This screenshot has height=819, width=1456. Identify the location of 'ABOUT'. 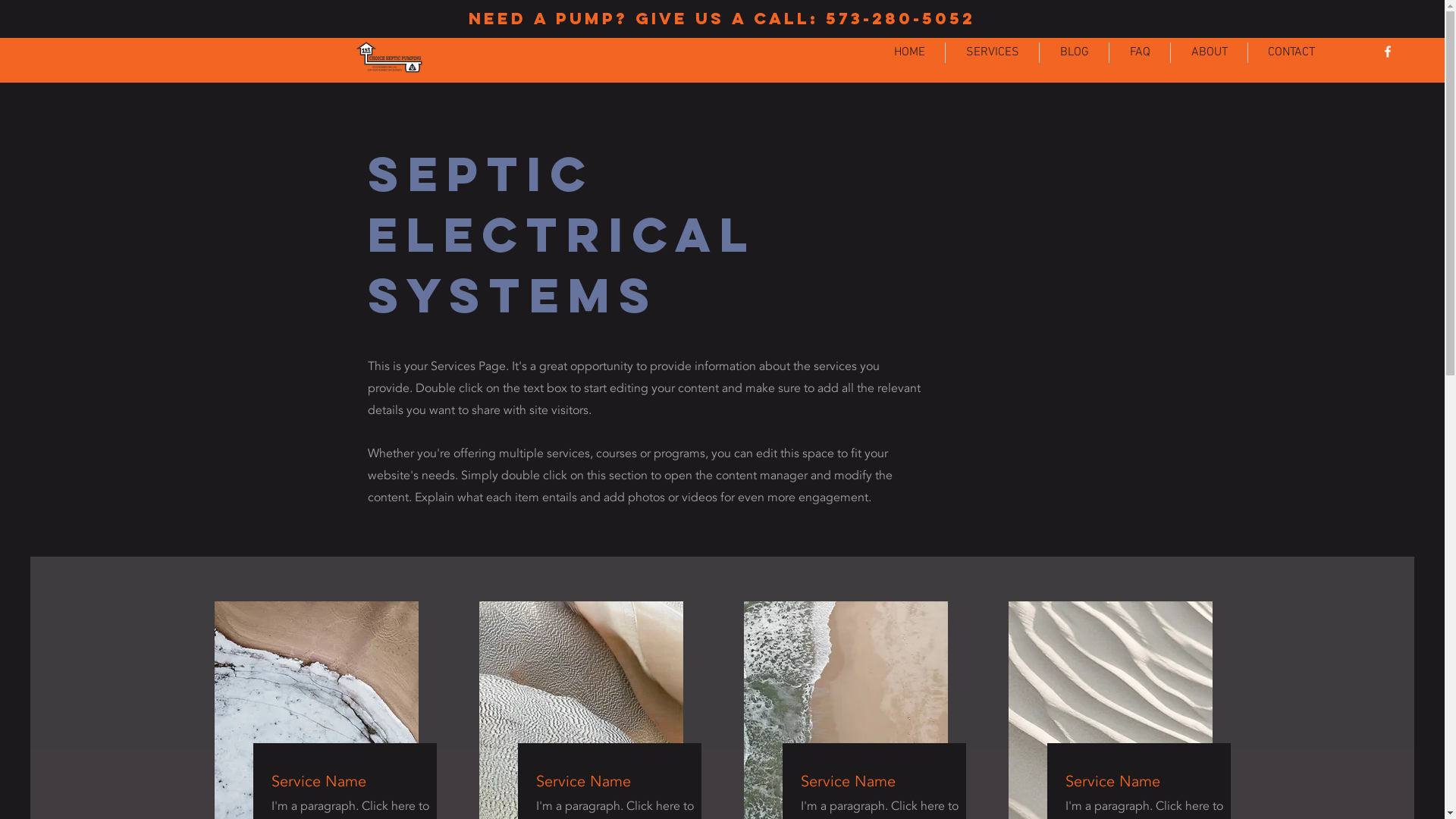
(1208, 52).